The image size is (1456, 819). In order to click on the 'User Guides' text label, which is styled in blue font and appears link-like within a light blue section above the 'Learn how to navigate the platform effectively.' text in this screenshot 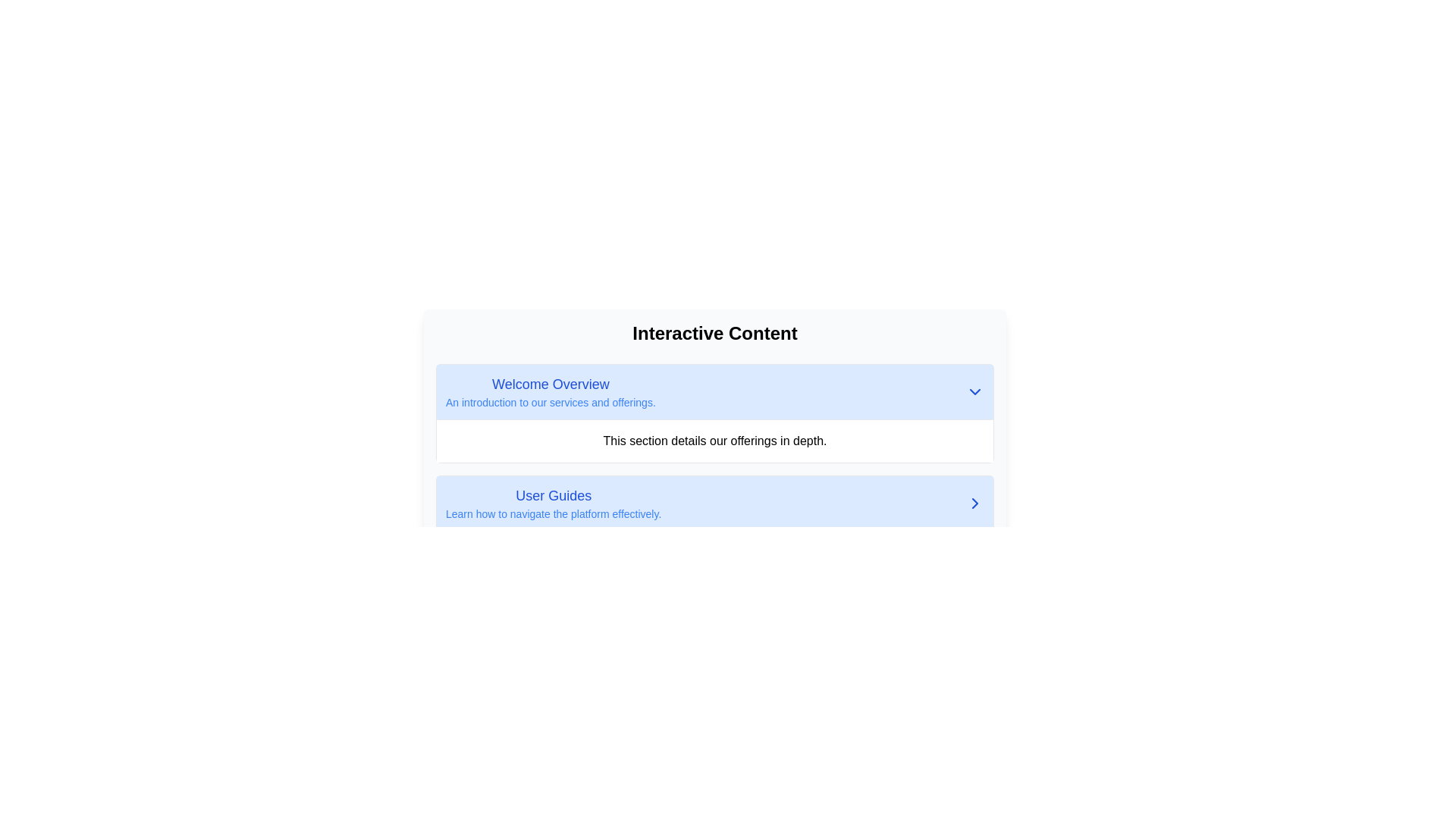, I will do `click(553, 496)`.